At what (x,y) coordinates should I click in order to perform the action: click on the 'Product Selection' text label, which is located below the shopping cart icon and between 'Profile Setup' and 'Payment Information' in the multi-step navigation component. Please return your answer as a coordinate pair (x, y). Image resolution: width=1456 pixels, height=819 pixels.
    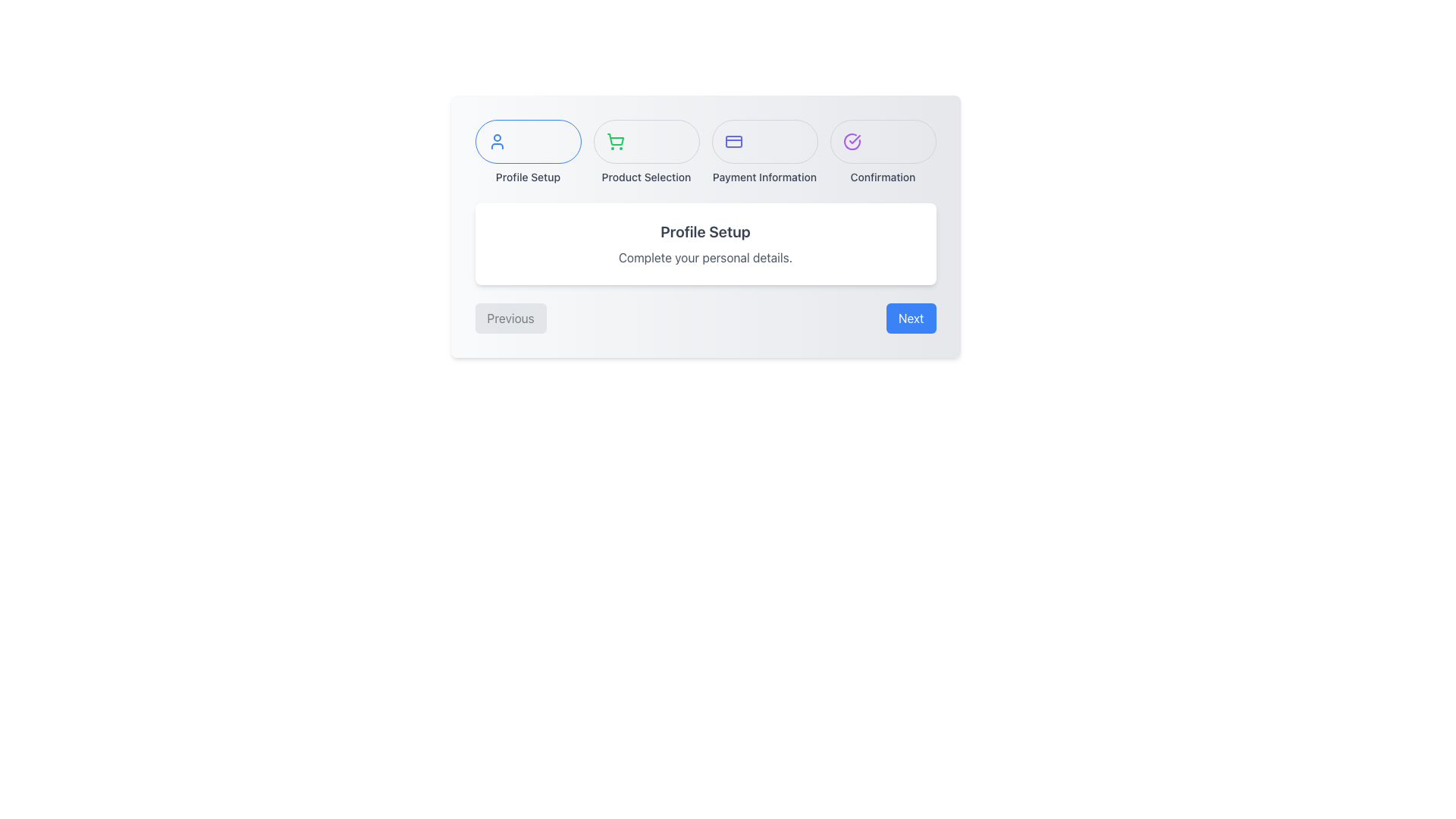
    Looking at the image, I should click on (646, 177).